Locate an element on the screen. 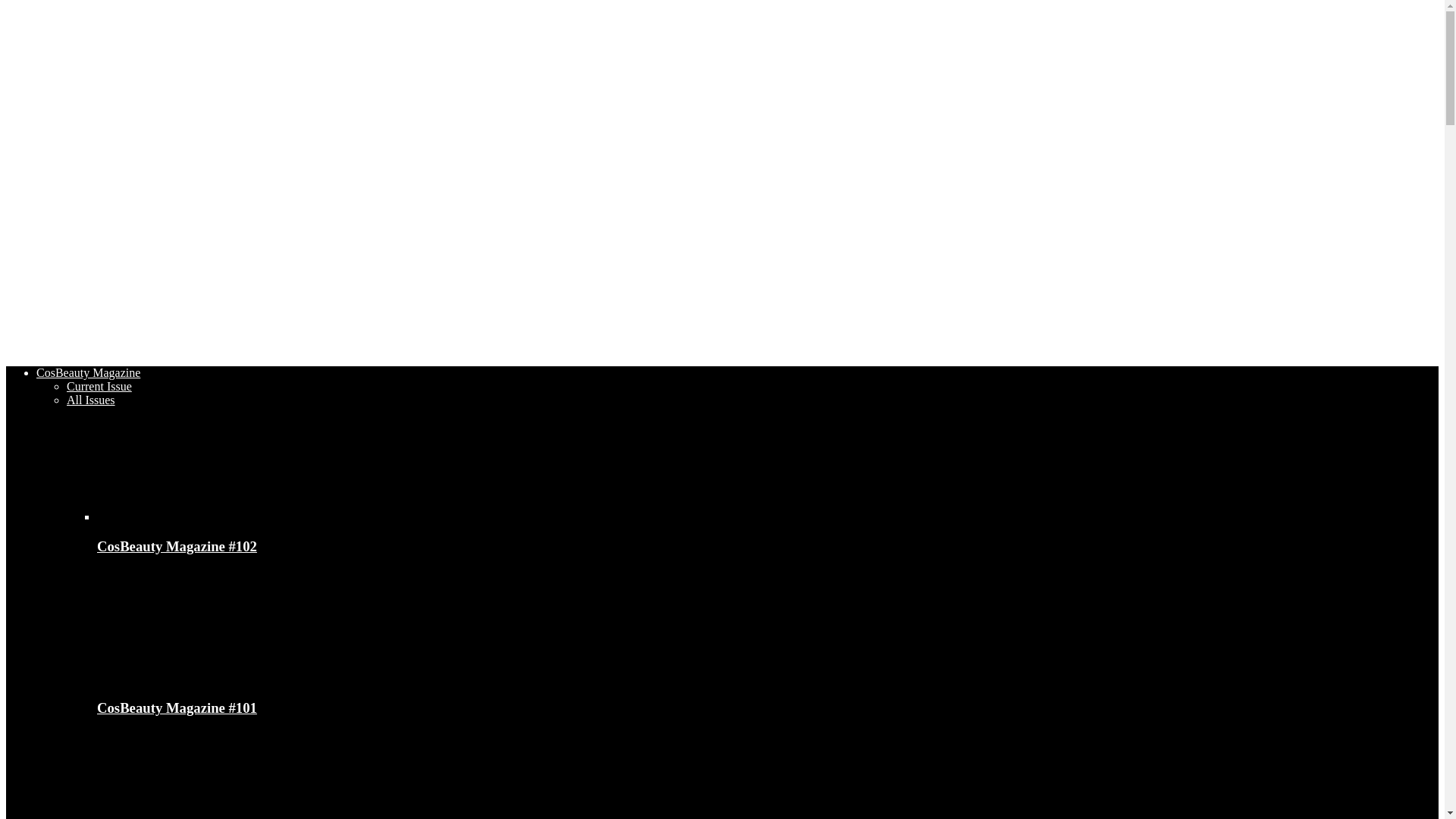  'CosBeauty Magazine' is located at coordinates (87, 372).